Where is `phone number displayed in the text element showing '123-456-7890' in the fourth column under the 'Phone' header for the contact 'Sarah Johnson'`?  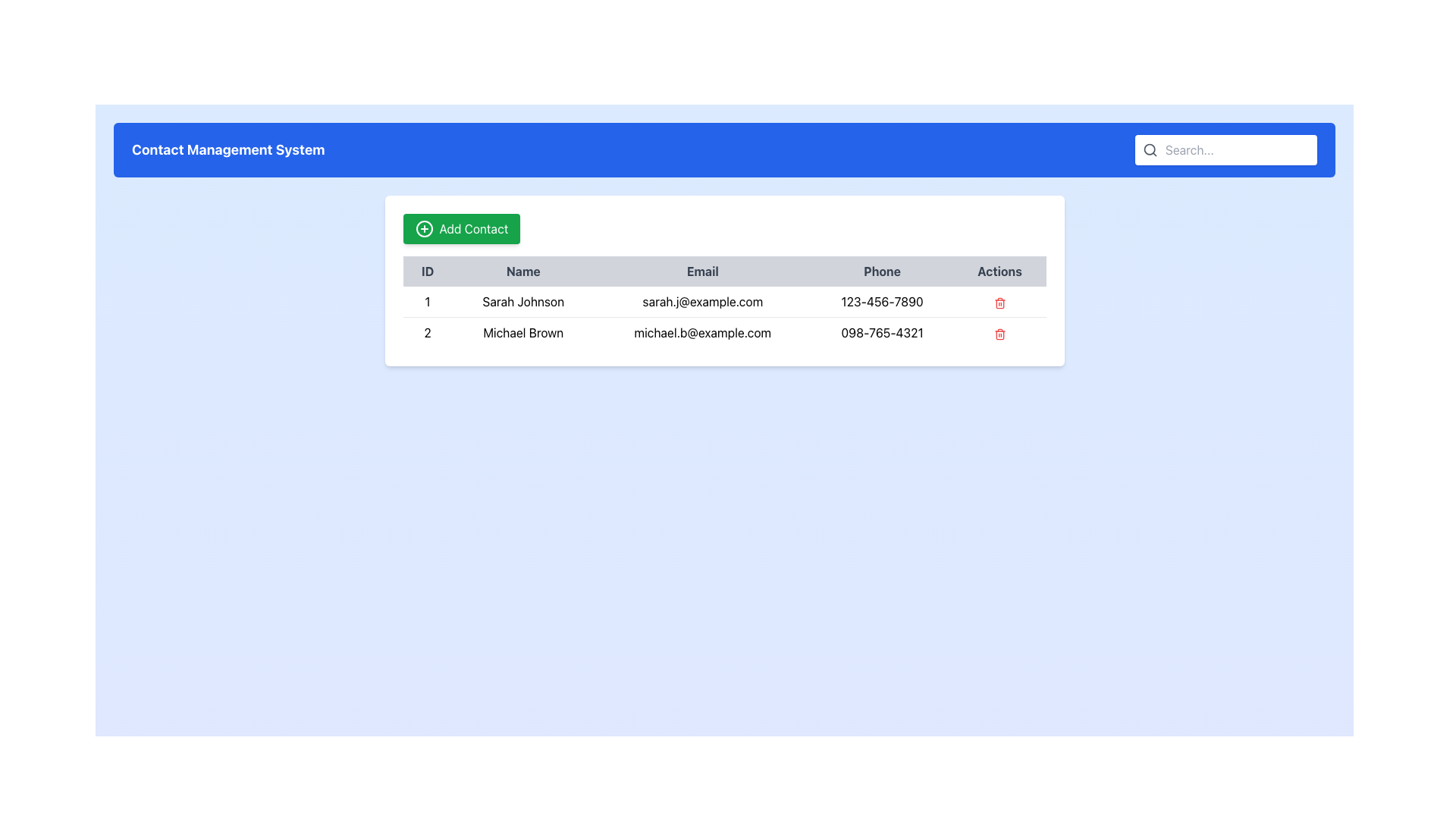 phone number displayed in the text element showing '123-456-7890' in the fourth column under the 'Phone' header for the contact 'Sarah Johnson' is located at coordinates (882, 302).